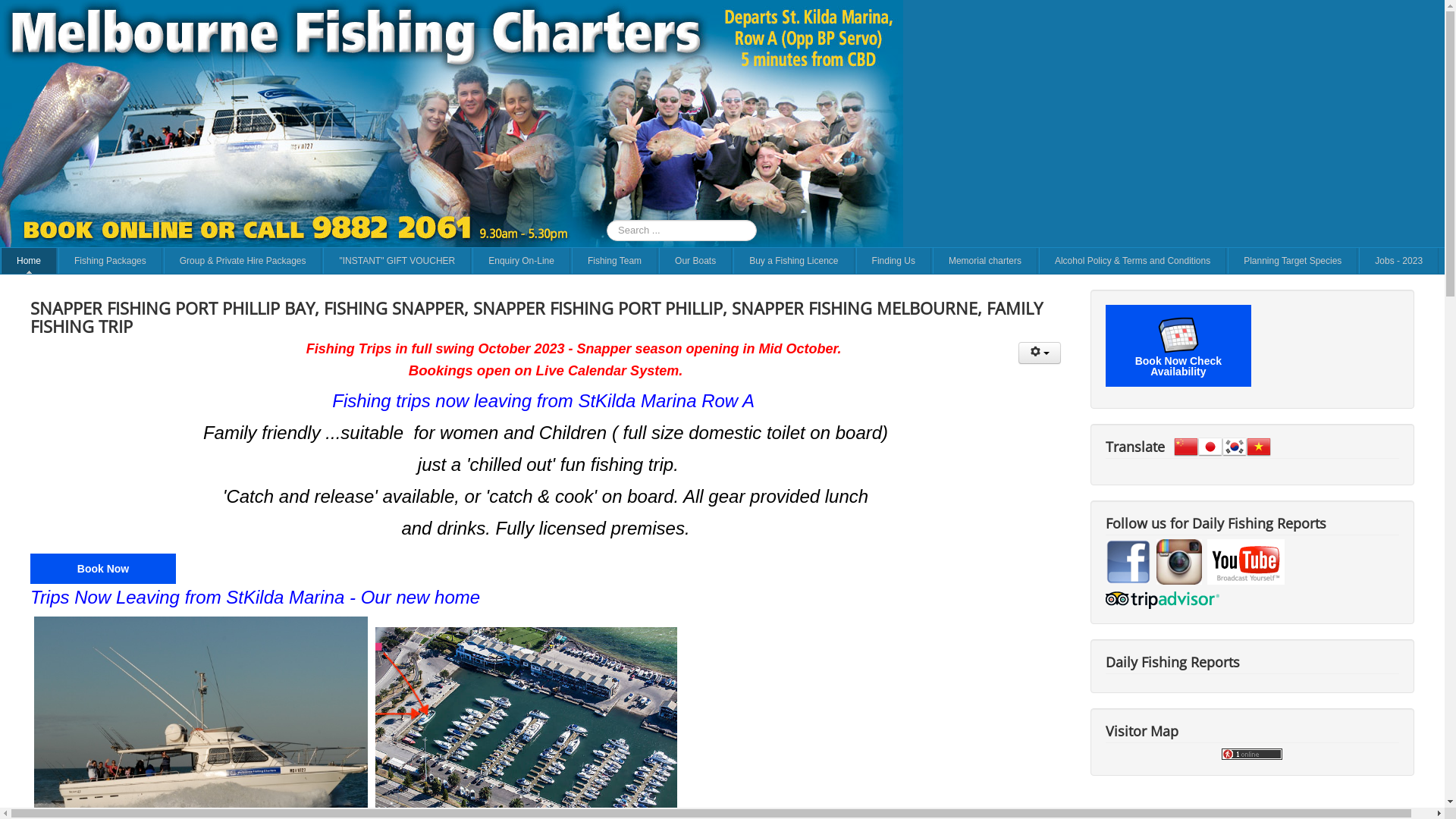 Image resolution: width=1456 pixels, height=819 pixels. Describe the element at coordinates (30, 568) in the screenshot. I see `'Book Now'` at that location.